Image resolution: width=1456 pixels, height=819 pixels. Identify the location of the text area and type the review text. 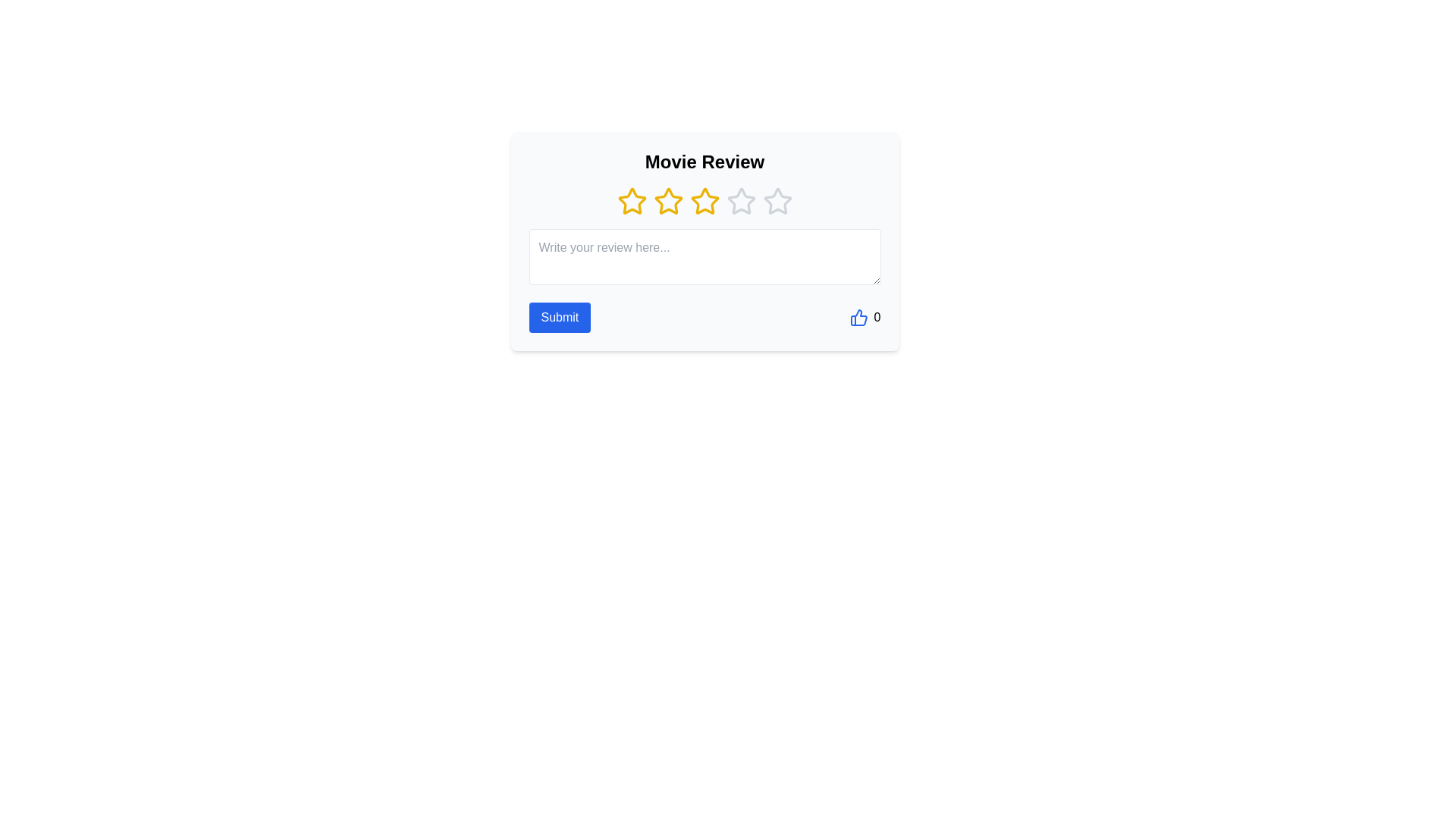
(704, 256).